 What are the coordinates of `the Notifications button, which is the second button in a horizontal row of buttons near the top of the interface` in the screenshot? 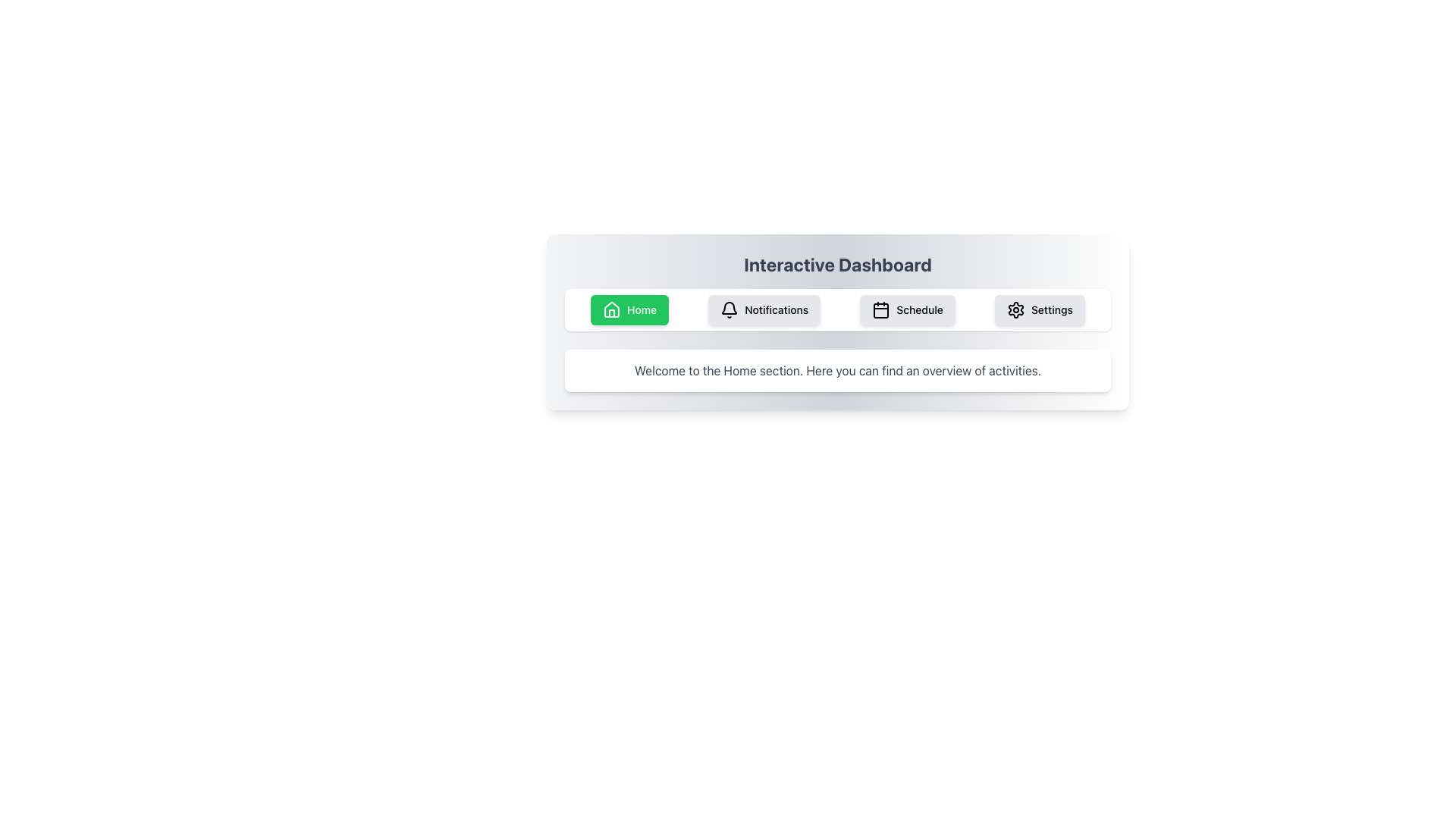 It's located at (764, 309).